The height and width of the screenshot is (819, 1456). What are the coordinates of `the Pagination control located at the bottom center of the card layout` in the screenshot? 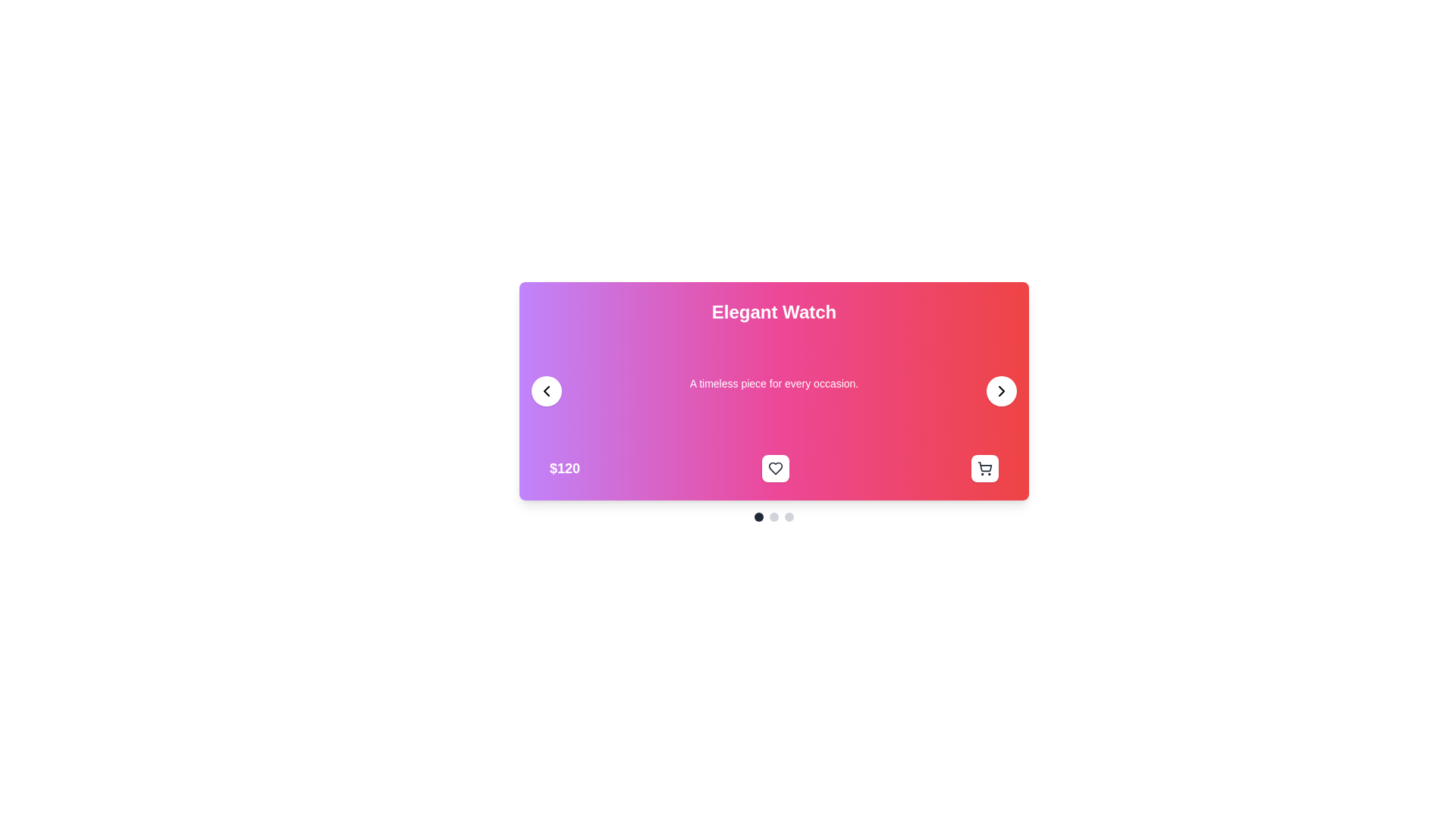 It's located at (774, 516).